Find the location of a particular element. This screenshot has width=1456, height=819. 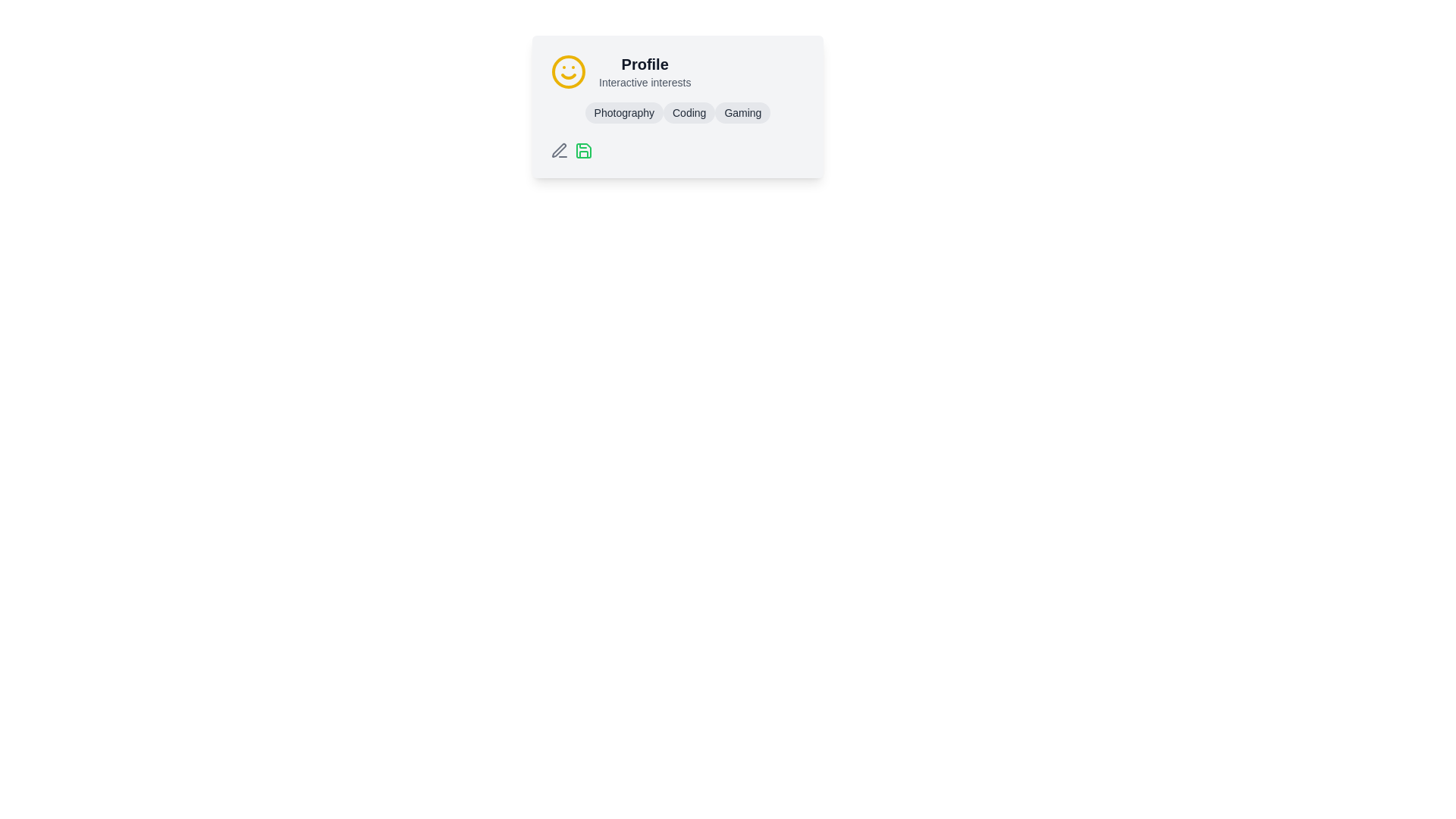

the 'Coding' tag within the Profile card is located at coordinates (676, 106).